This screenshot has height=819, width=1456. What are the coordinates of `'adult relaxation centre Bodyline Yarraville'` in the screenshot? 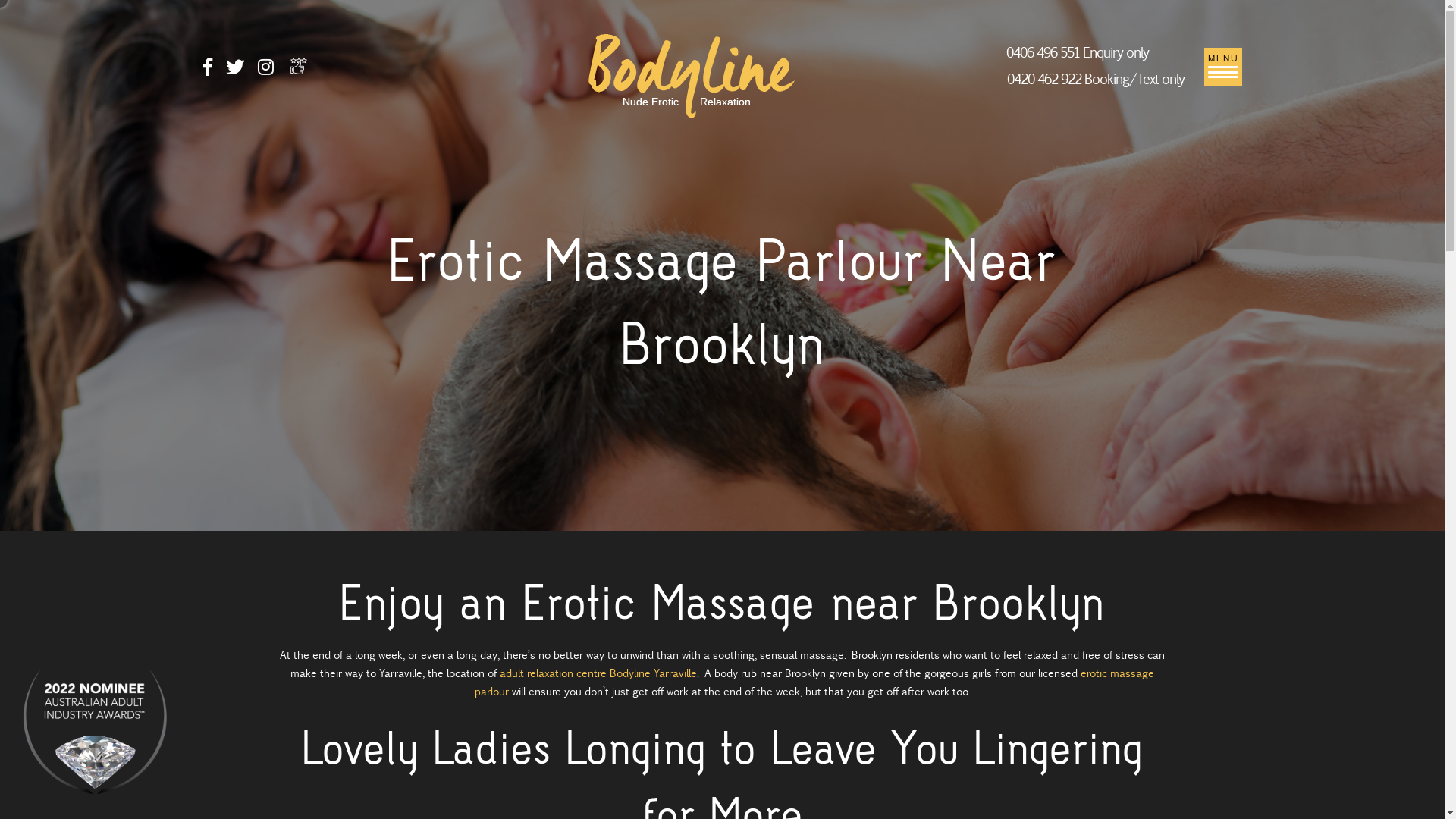 It's located at (499, 672).